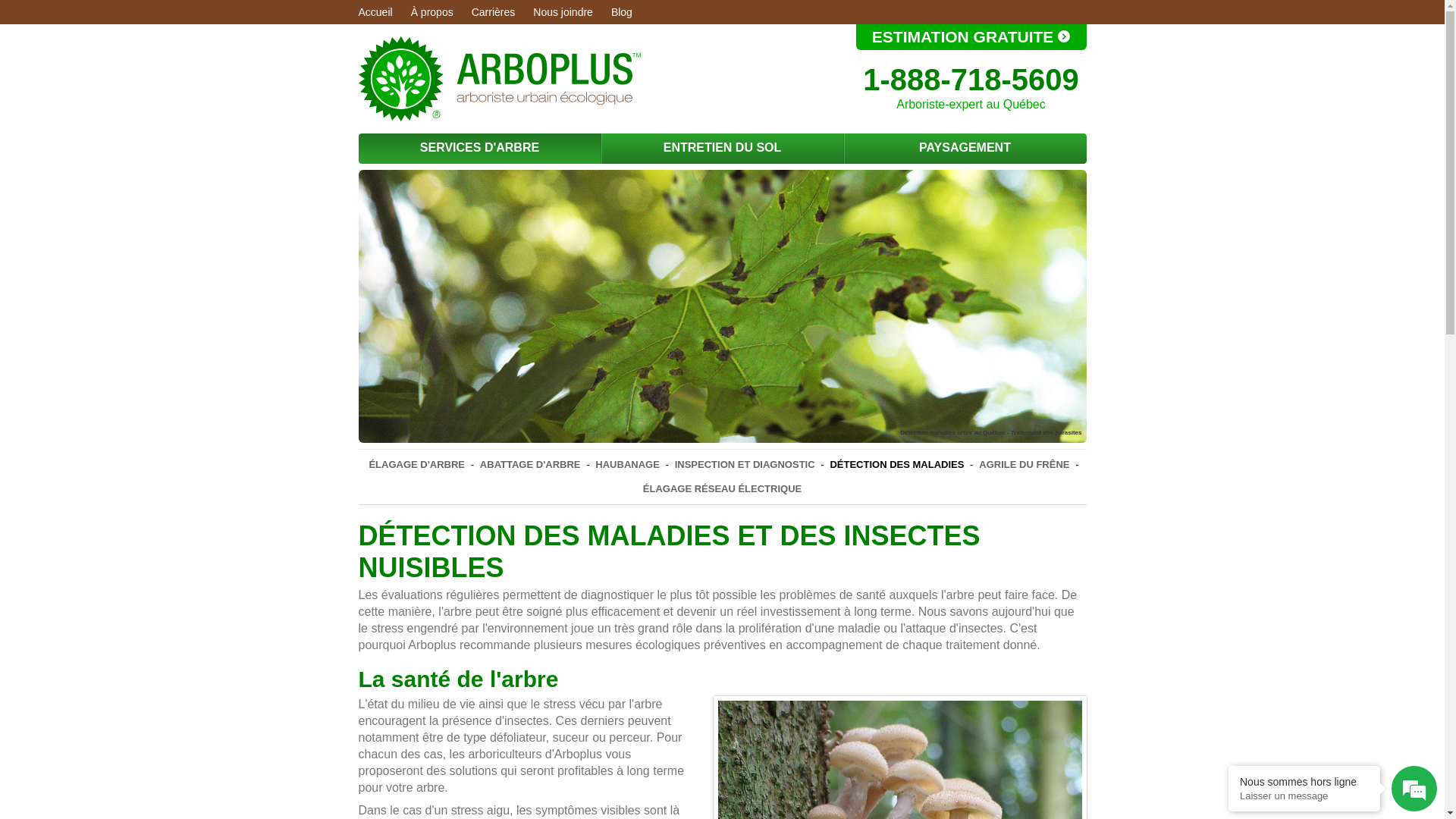 This screenshot has height=819, width=1456. I want to click on 'Nous joindre', so click(532, 11).